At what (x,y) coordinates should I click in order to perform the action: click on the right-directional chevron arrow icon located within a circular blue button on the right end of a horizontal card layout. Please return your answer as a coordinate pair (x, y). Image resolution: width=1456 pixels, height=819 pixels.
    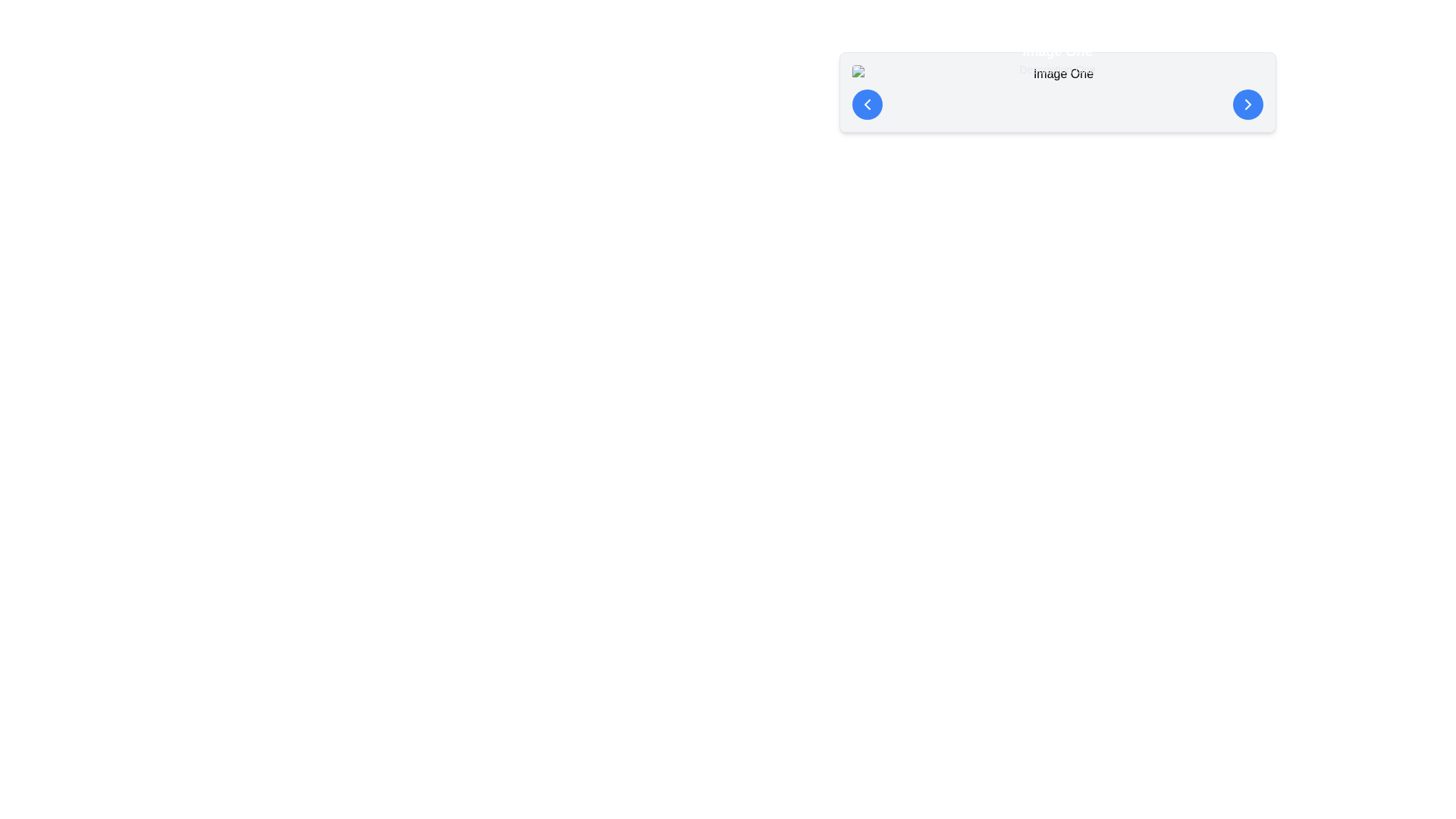
    Looking at the image, I should click on (1247, 104).